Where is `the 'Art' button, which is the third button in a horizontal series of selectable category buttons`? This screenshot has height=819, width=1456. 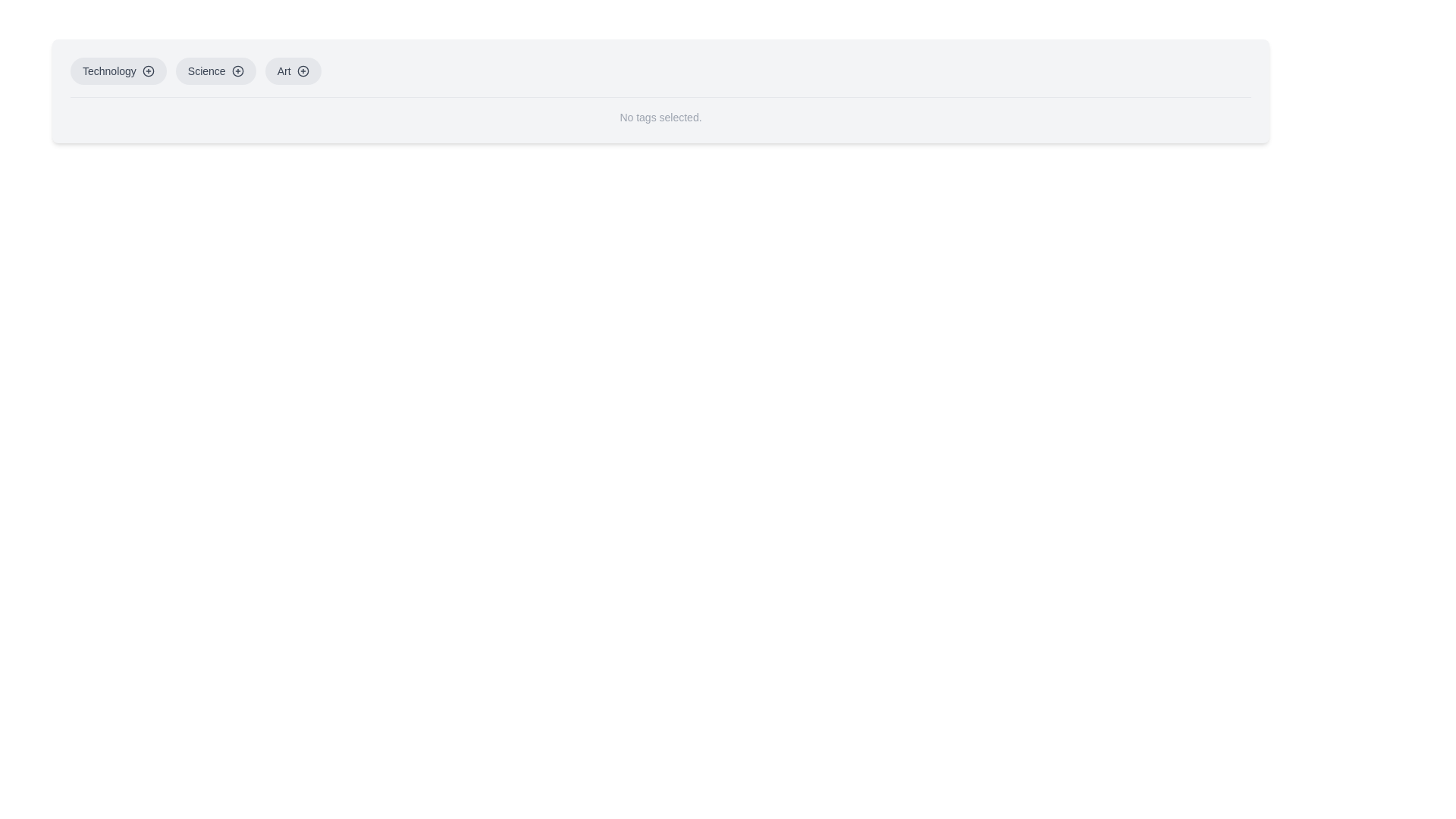
the 'Art' button, which is the third button in a horizontal series of selectable category buttons is located at coordinates (293, 71).